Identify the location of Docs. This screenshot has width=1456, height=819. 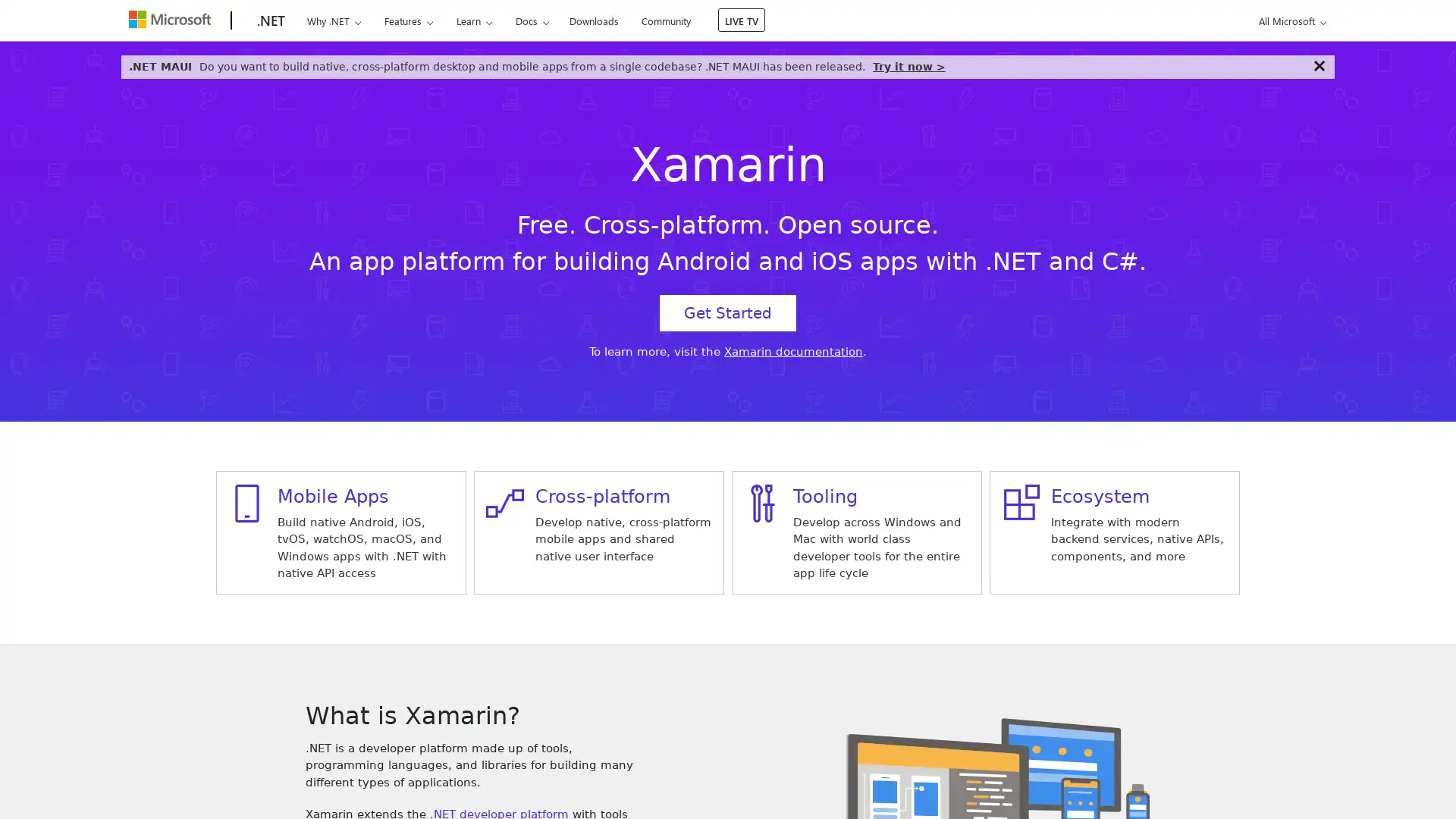
(532, 20).